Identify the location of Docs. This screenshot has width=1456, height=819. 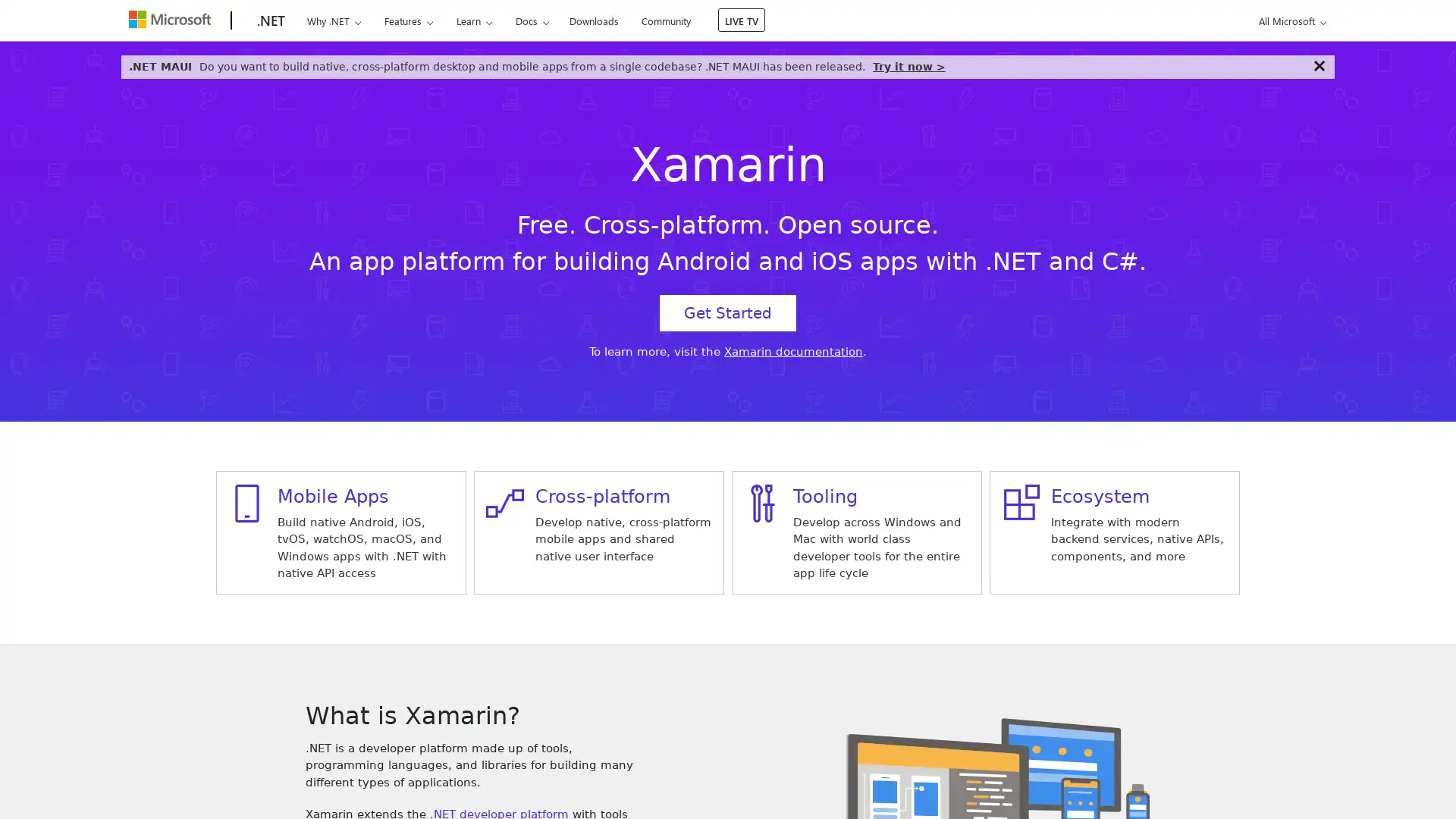
(532, 20).